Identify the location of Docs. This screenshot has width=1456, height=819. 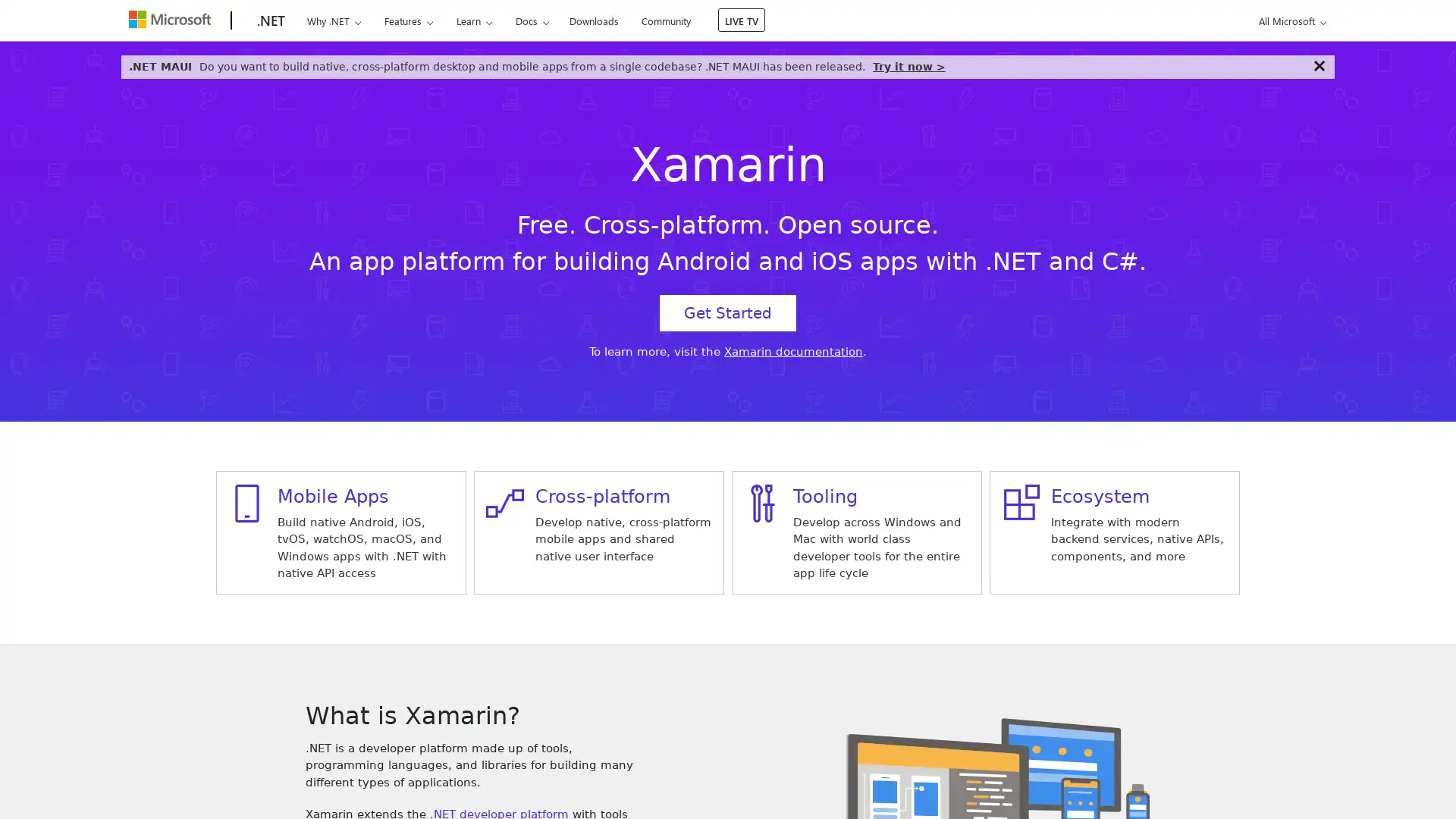
(532, 20).